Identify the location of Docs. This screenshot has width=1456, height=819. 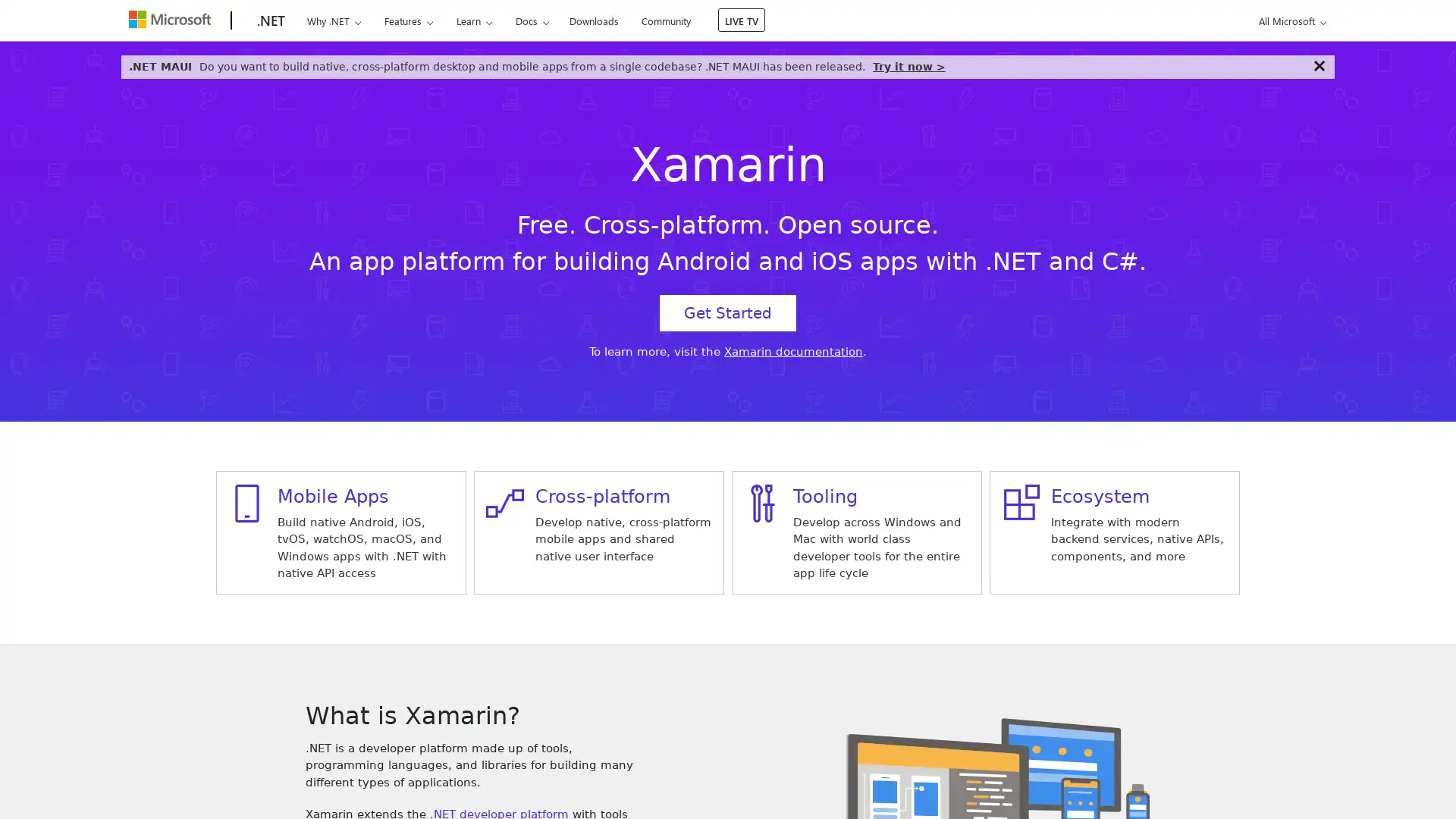
(532, 20).